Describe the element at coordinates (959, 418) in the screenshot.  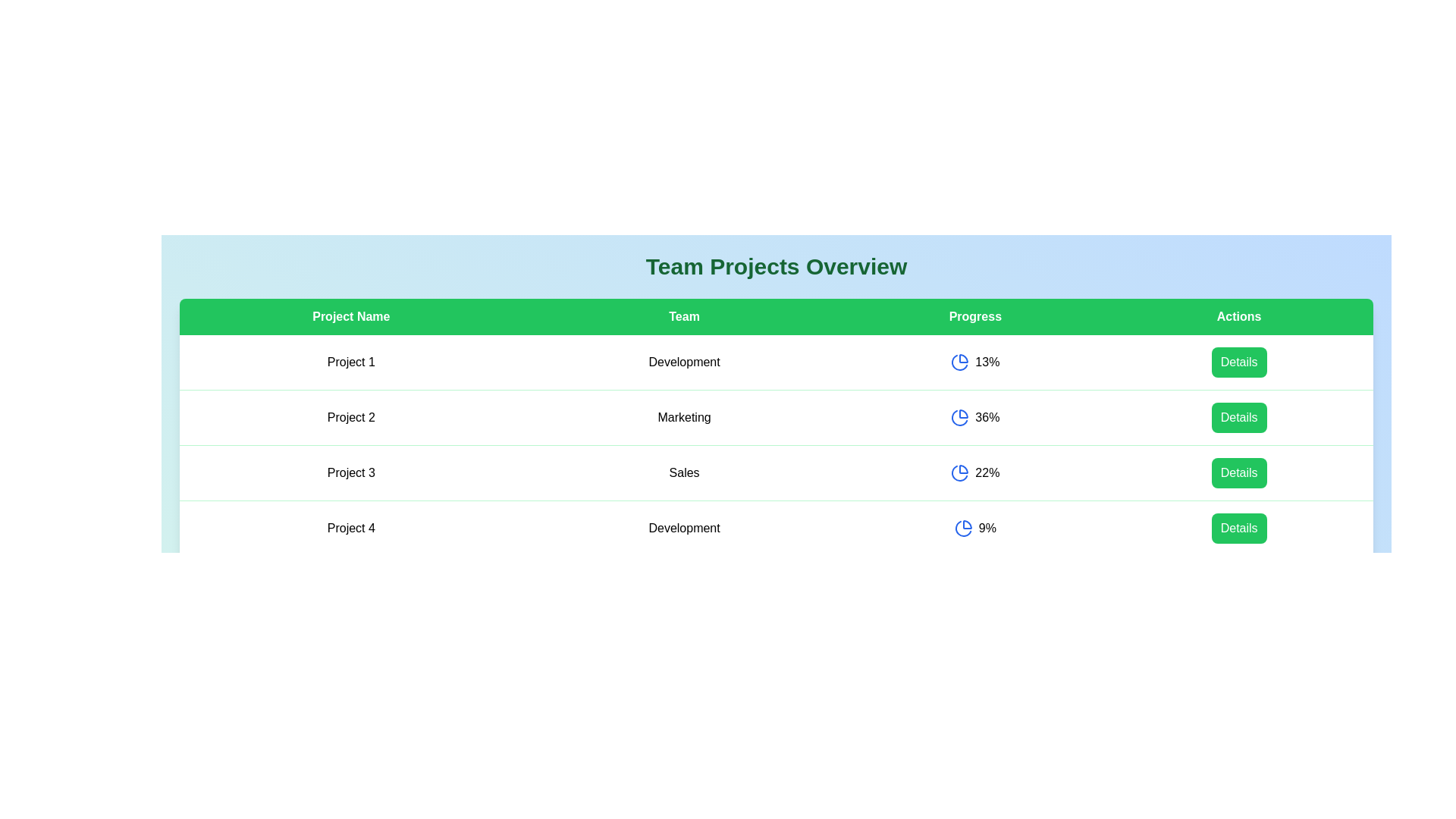
I see `the pie chart icon for the project with ID 2` at that location.